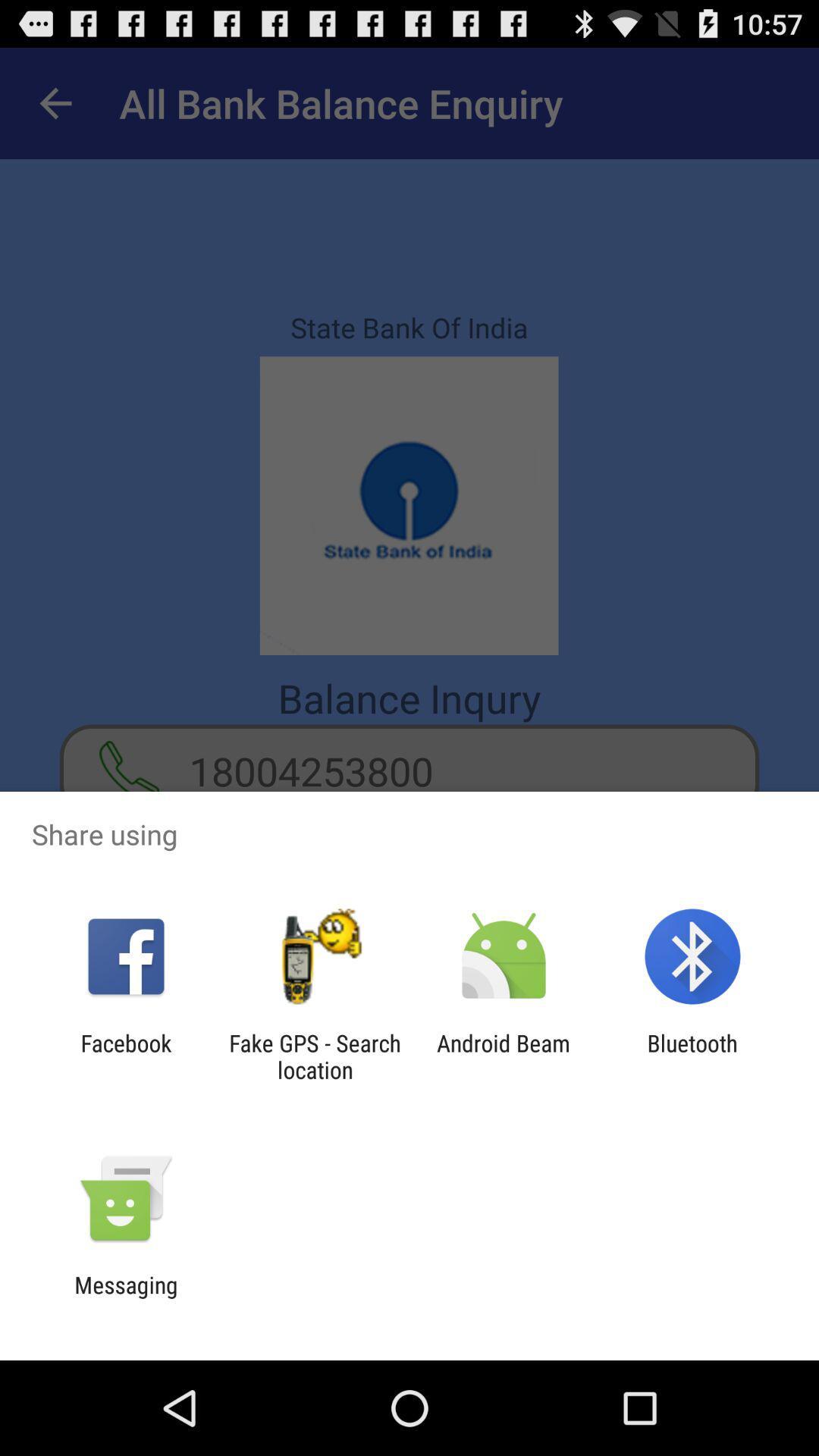  I want to click on the app to the right of facebook, so click(314, 1056).